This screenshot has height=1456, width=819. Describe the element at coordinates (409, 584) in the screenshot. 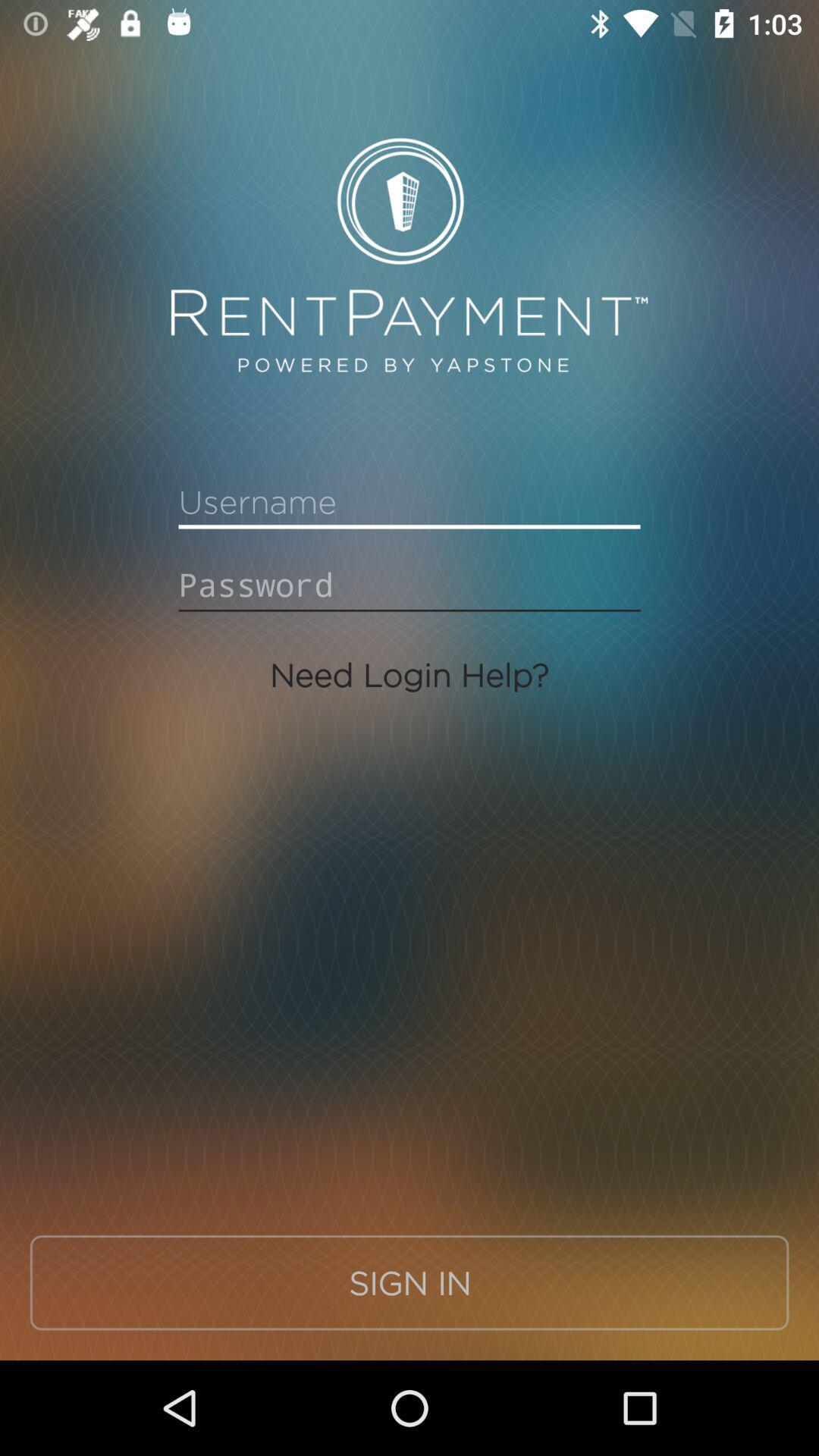

I see `password field` at that location.